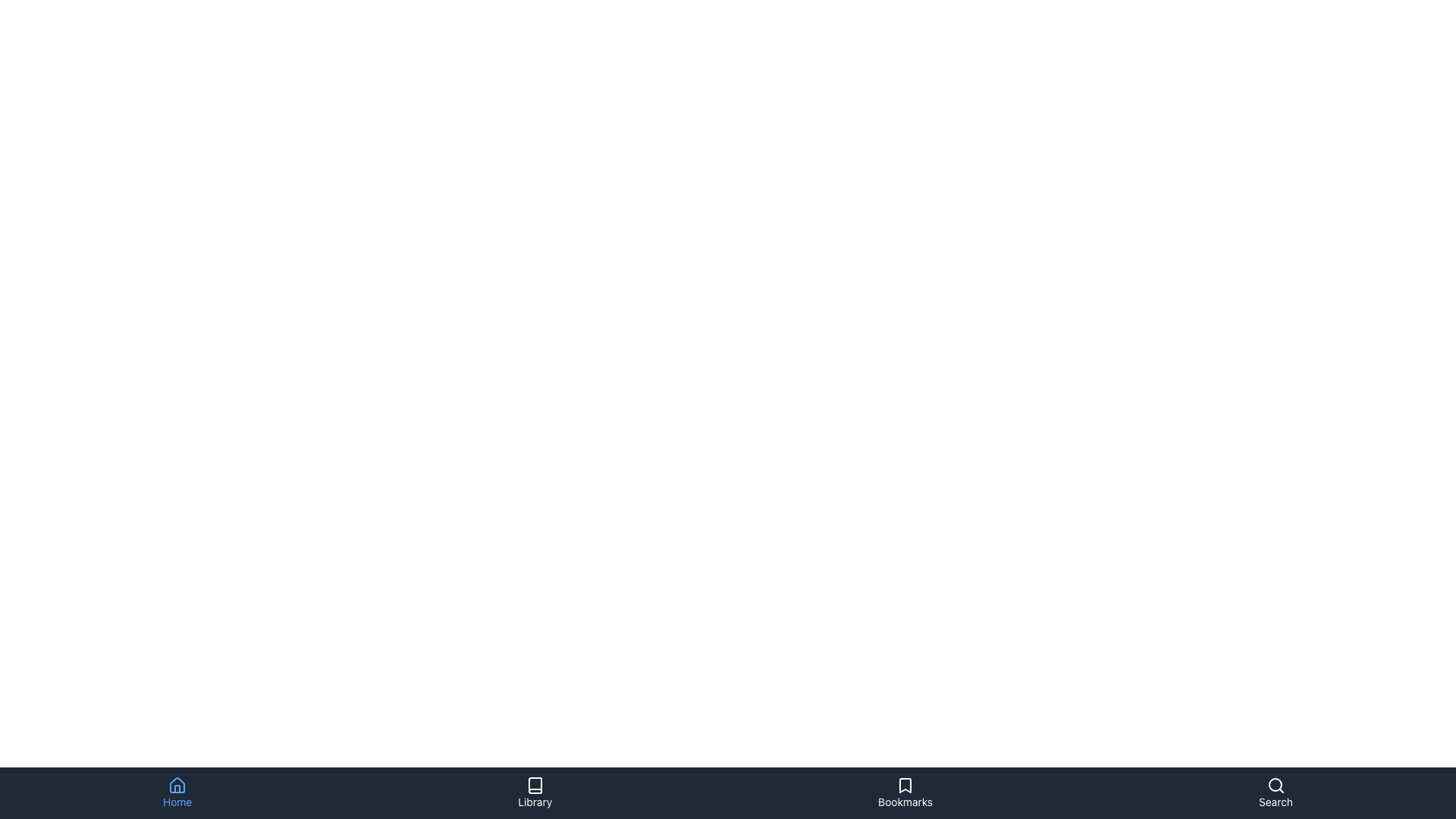 This screenshot has width=1456, height=819. I want to click on the stylized book icon button in the bottom navigation bar, so click(535, 785).